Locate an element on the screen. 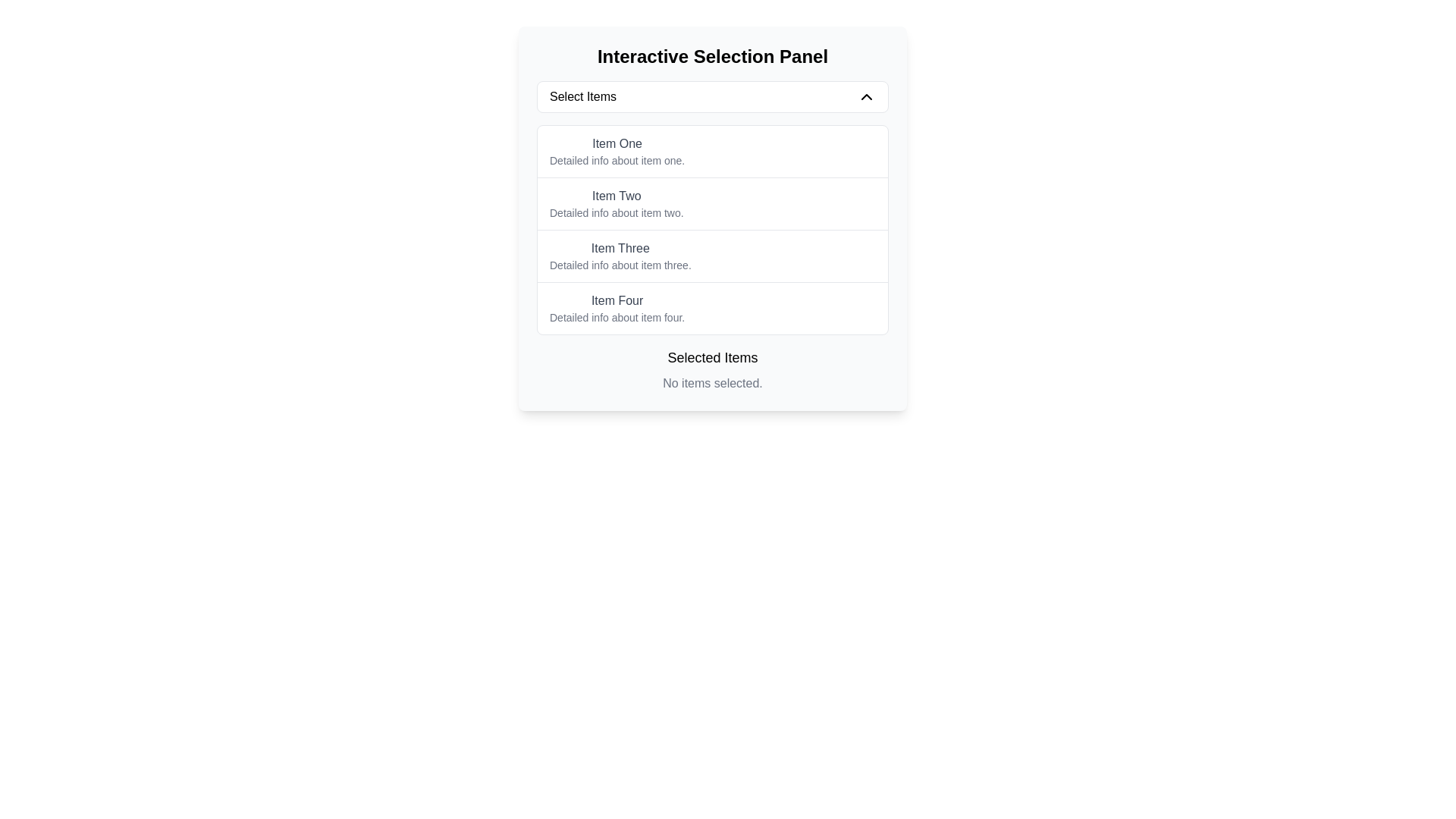 This screenshot has width=1456, height=819. the 'Select Items' text label which is styled in a clear font and positioned to the left of a dropdown arrow is located at coordinates (582, 96).